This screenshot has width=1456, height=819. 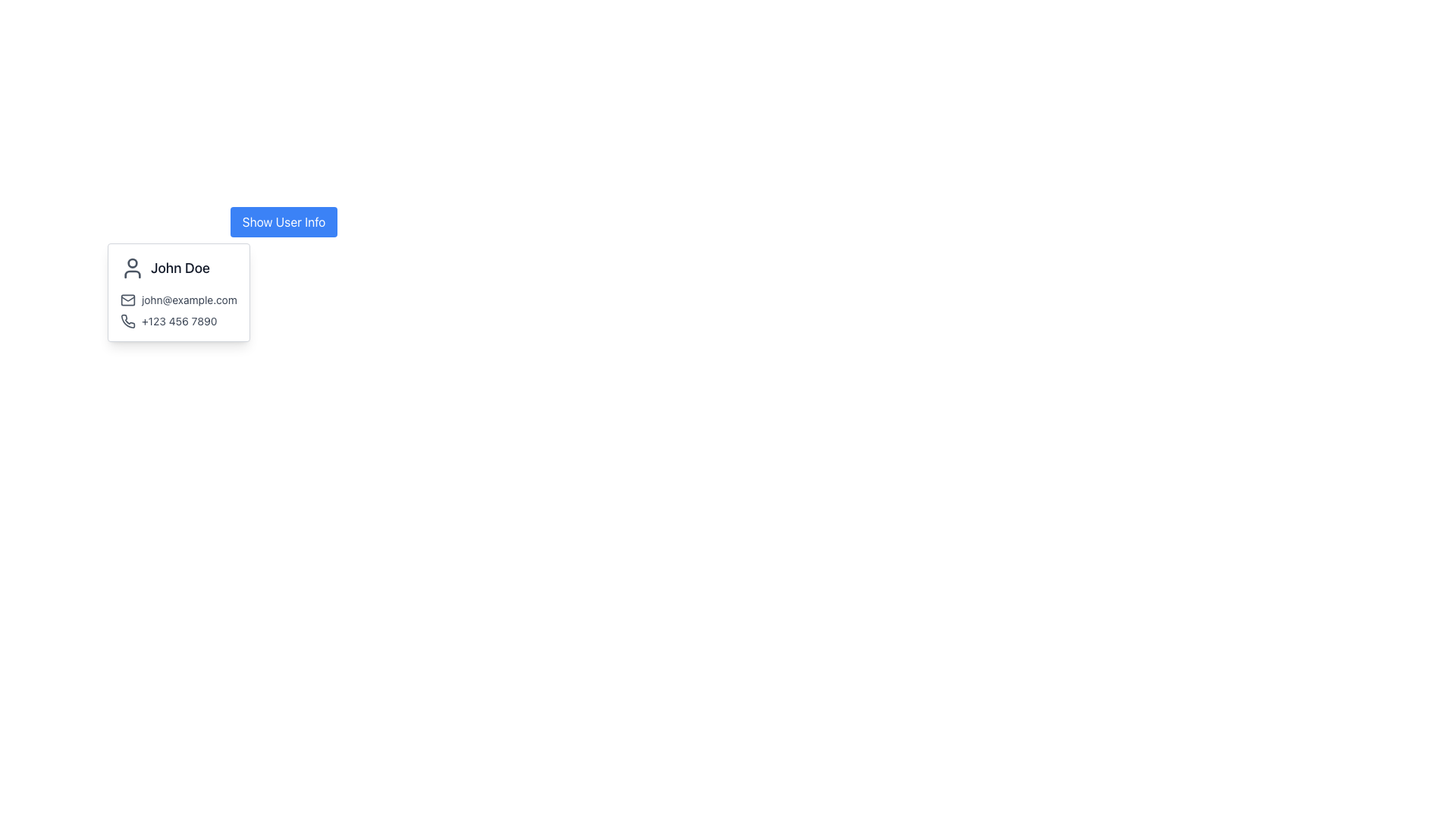 What do you see at coordinates (178, 300) in the screenshot?
I see `the email address 'john@example.com' with the envelope icon in the contact card for John Doe` at bounding box center [178, 300].